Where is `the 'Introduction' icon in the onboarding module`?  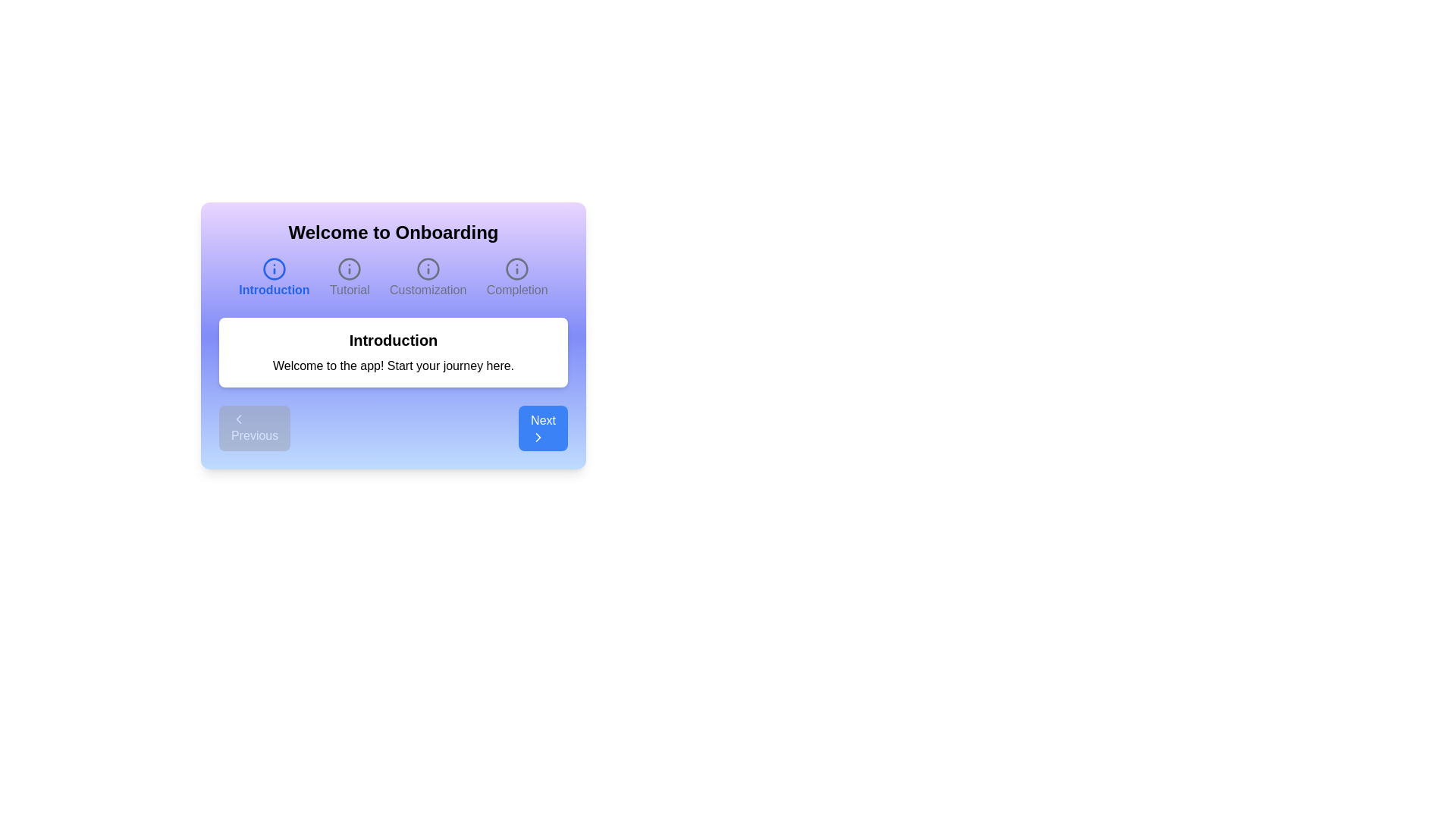 the 'Introduction' icon in the onboarding module is located at coordinates (274, 268).